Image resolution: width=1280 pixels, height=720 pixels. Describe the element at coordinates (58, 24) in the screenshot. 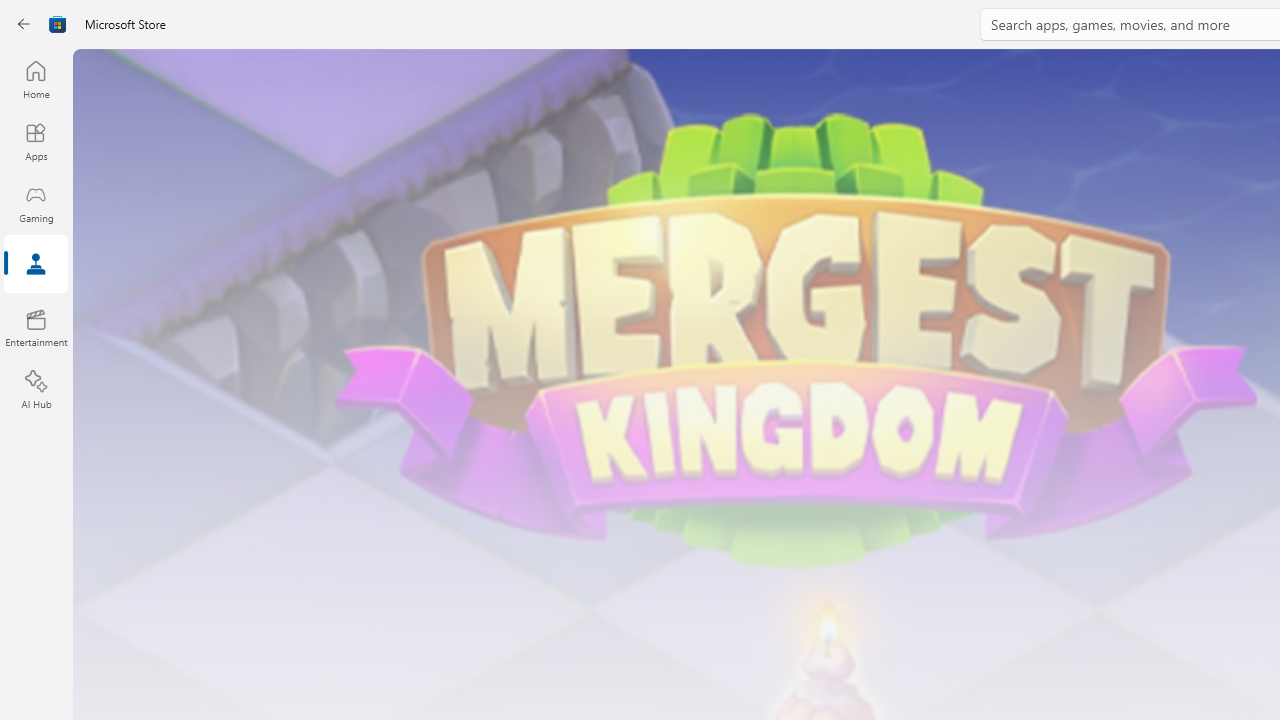

I see `'Class: Image'` at that location.